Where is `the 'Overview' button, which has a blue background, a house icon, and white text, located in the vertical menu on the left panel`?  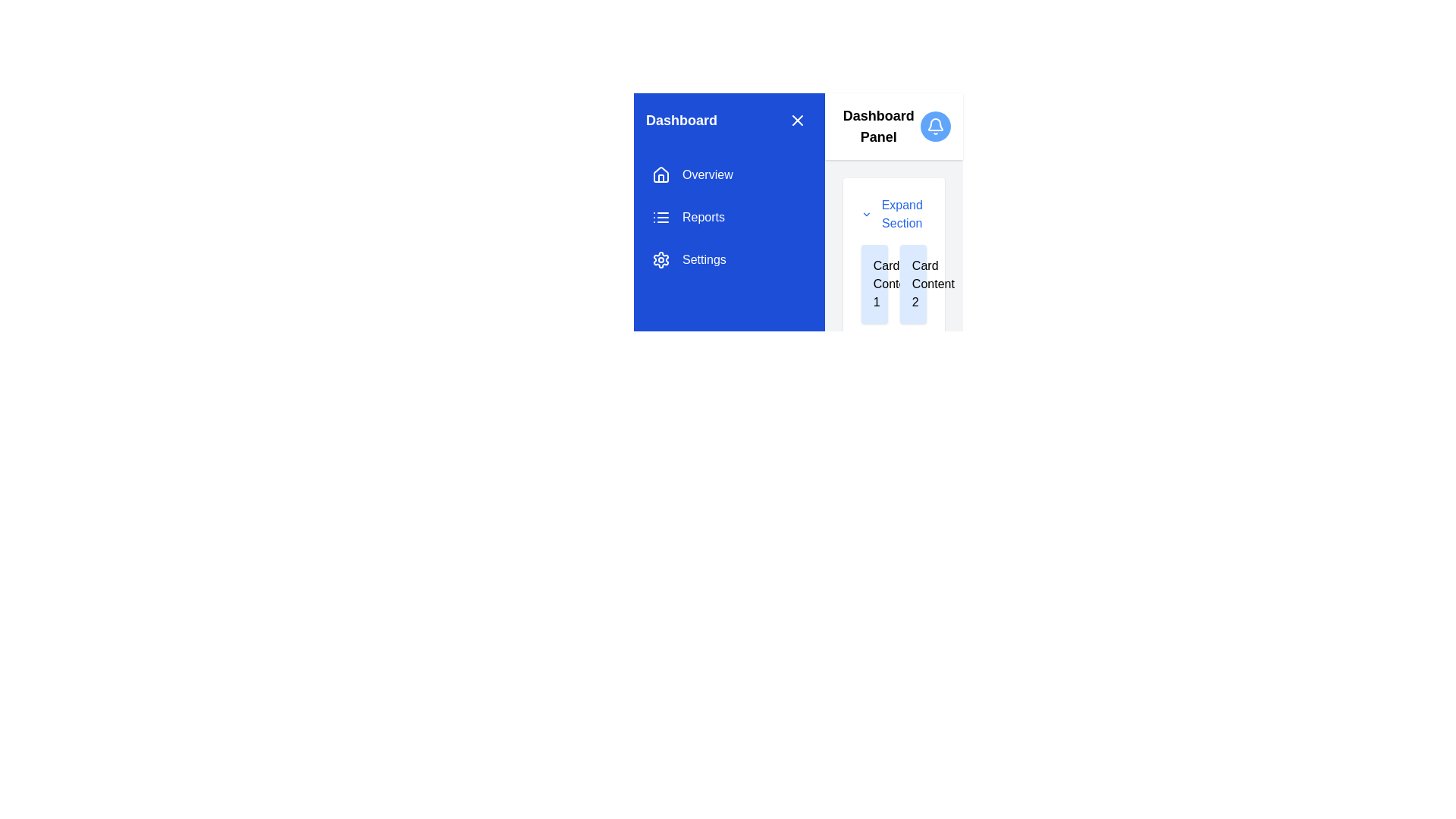
the 'Overview' button, which has a blue background, a house icon, and white text, located in the vertical menu on the left panel is located at coordinates (729, 174).